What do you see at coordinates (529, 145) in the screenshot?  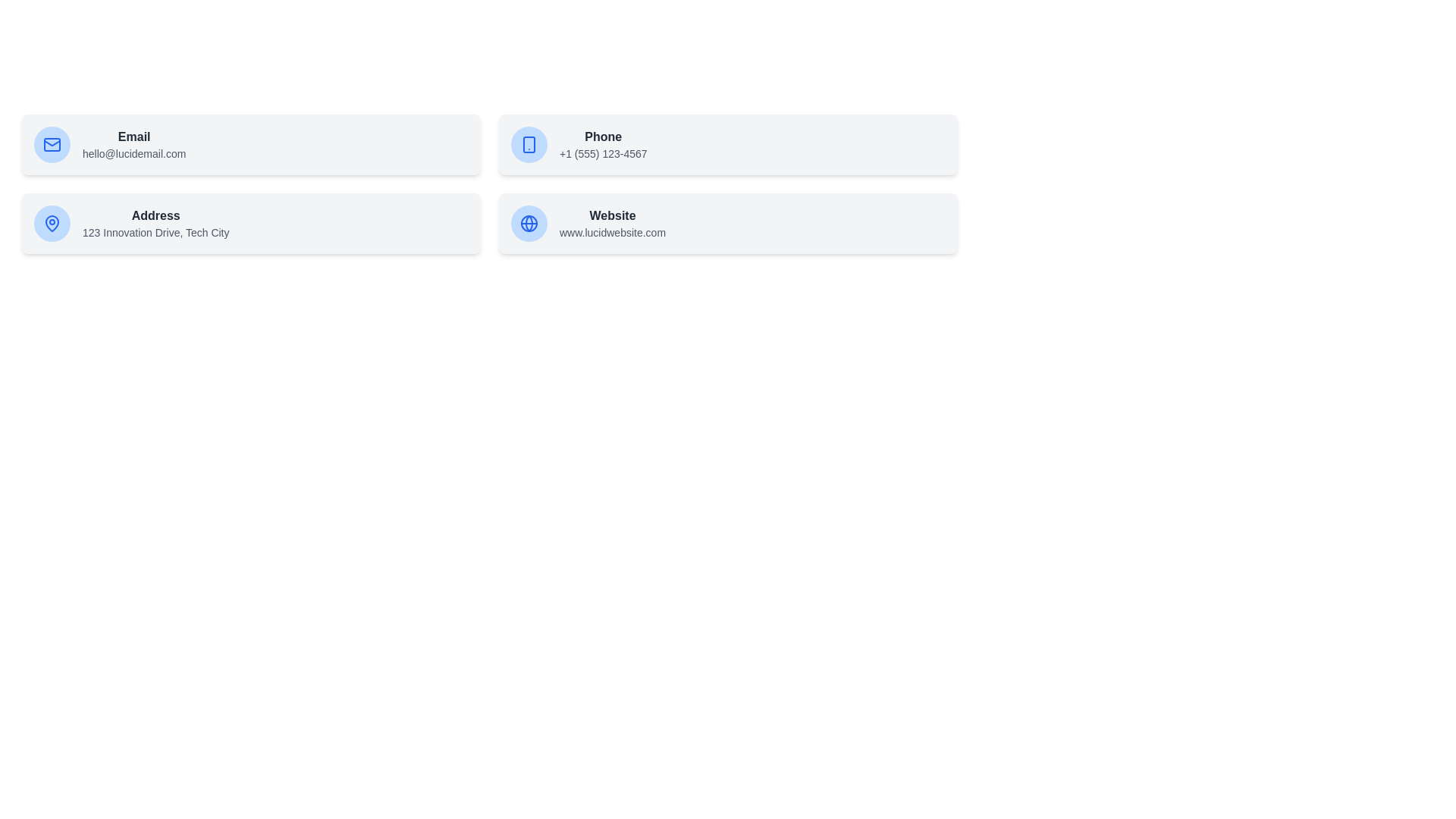 I see `the smartphone icon within the blue circular background, which is centrally aligned on the contact information card labeled 'Phone'` at bounding box center [529, 145].